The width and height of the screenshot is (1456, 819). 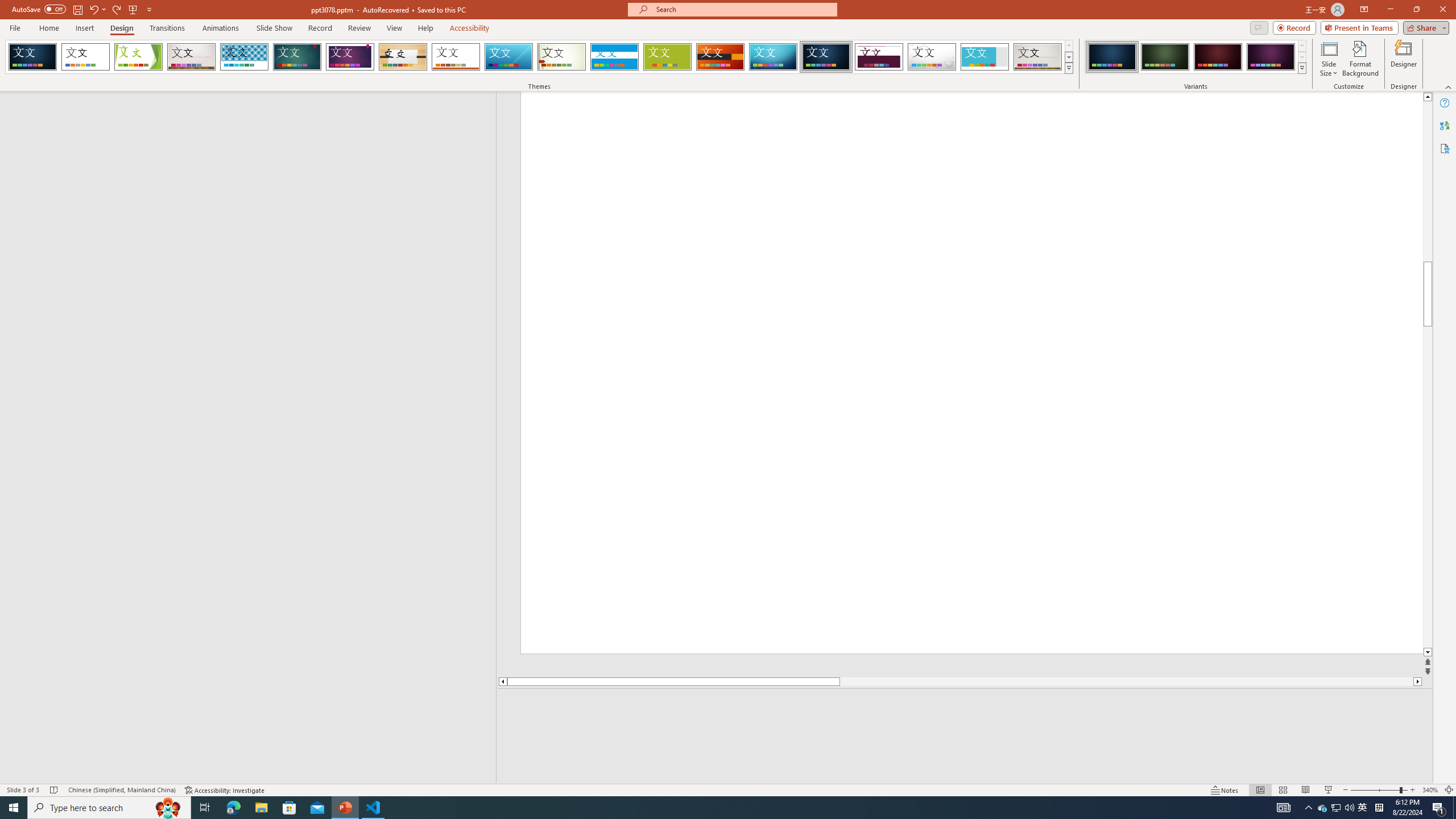 I want to click on 'Retrospect', so click(x=455, y=56).